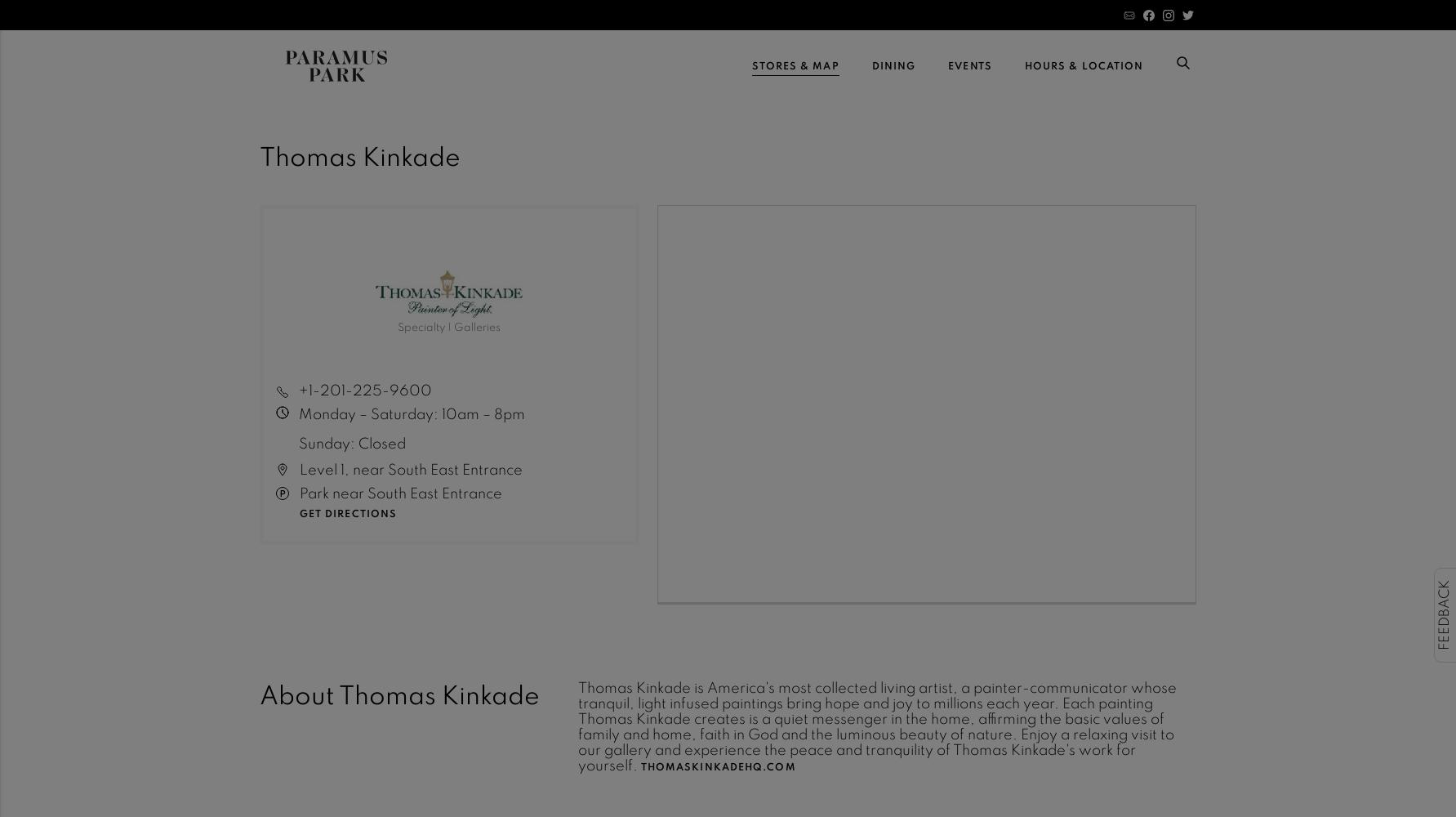 The image size is (1456, 817). Describe the element at coordinates (298, 470) in the screenshot. I see `'Level 1, near South East Entrance'` at that location.